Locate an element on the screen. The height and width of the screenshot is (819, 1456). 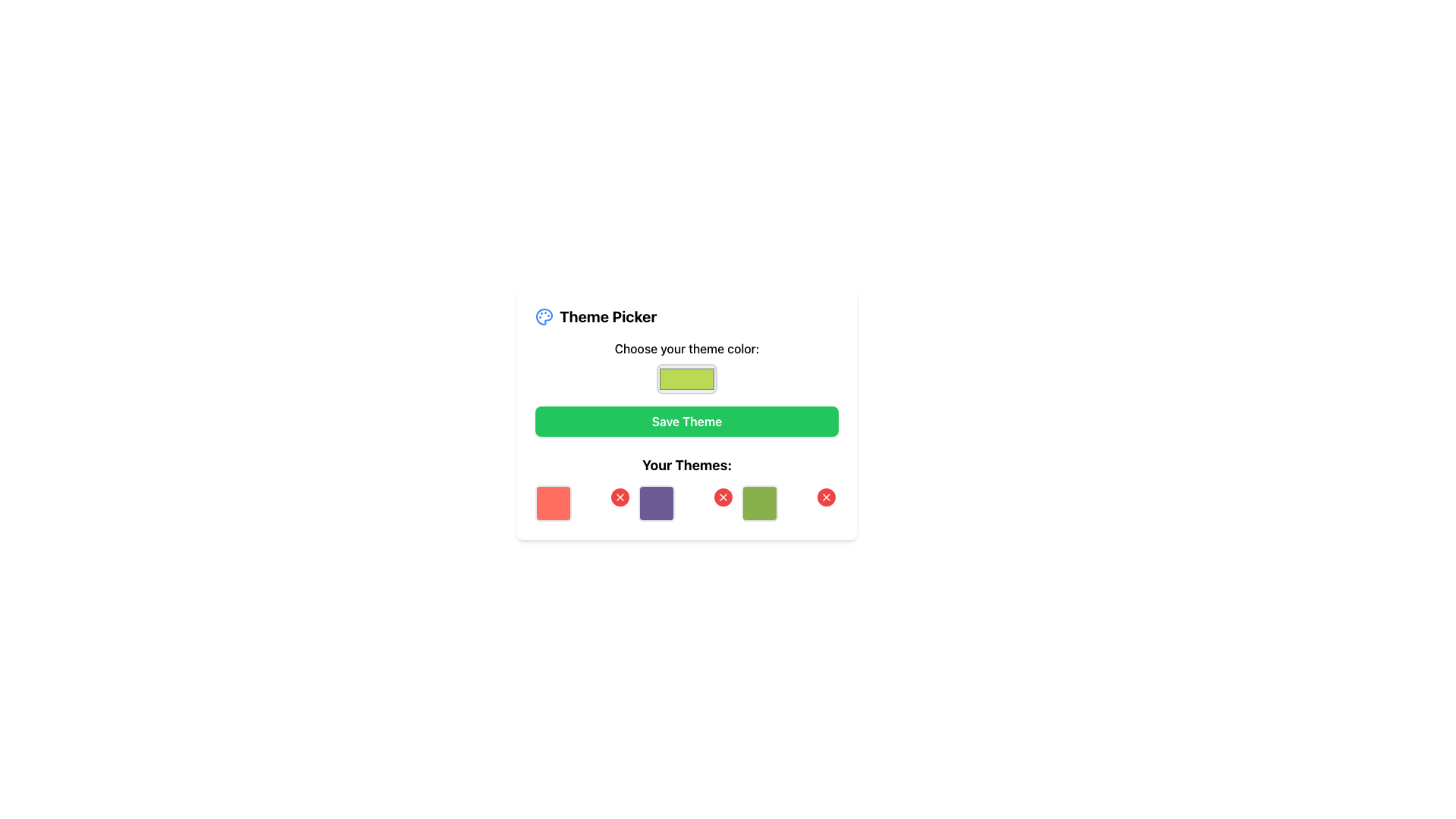
the small square button with a red background and white text located in the top-right corner of the first item in a horizontally arranged list is located at coordinates (582, 503).